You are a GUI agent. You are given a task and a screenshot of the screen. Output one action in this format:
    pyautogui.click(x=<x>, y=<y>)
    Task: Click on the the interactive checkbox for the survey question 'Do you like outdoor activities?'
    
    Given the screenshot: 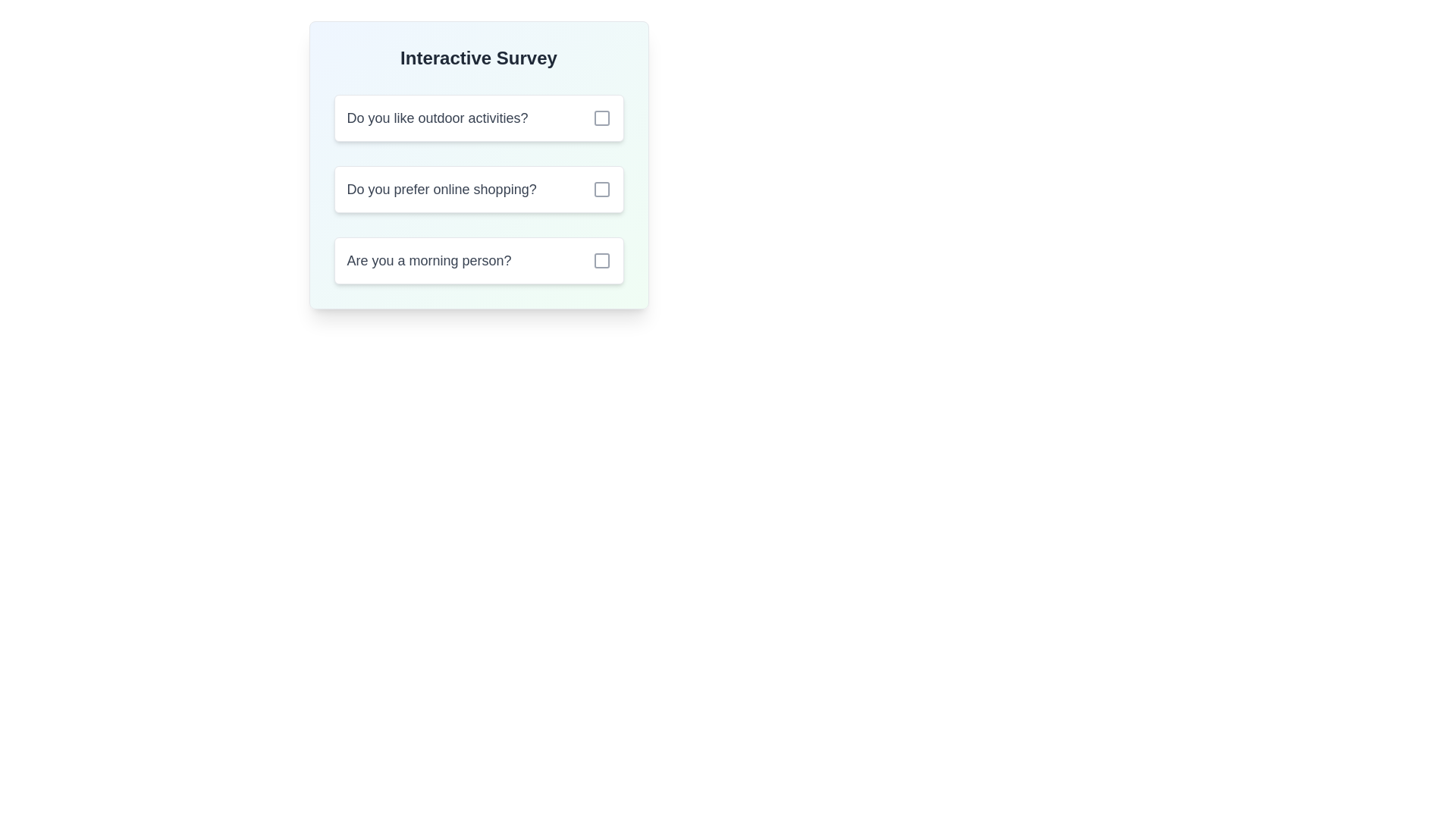 What is the action you would take?
    pyautogui.click(x=601, y=117)
    